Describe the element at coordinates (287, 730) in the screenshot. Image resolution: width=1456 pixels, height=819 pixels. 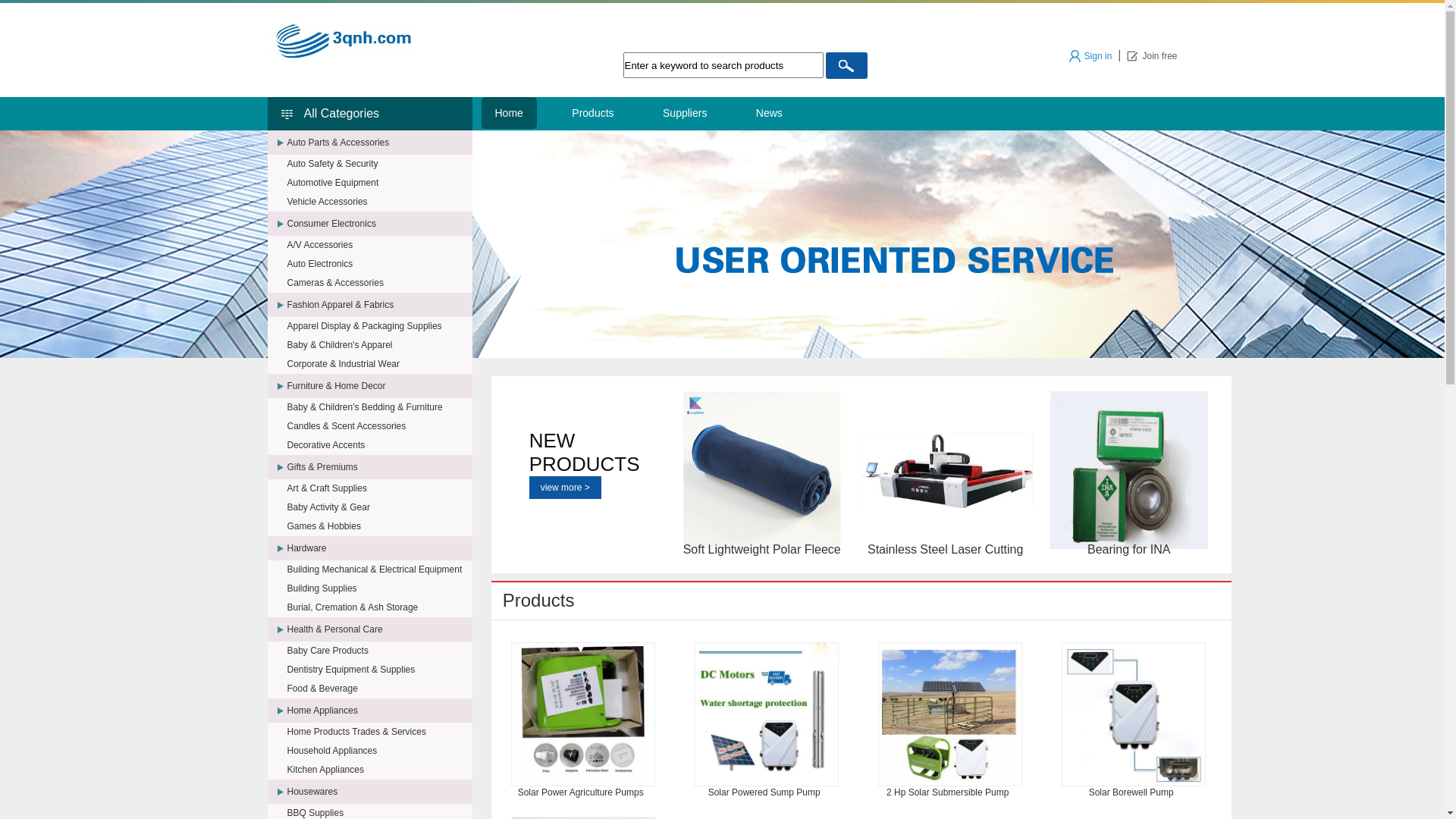
I see `'Home Products Trades & Services'` at that location.